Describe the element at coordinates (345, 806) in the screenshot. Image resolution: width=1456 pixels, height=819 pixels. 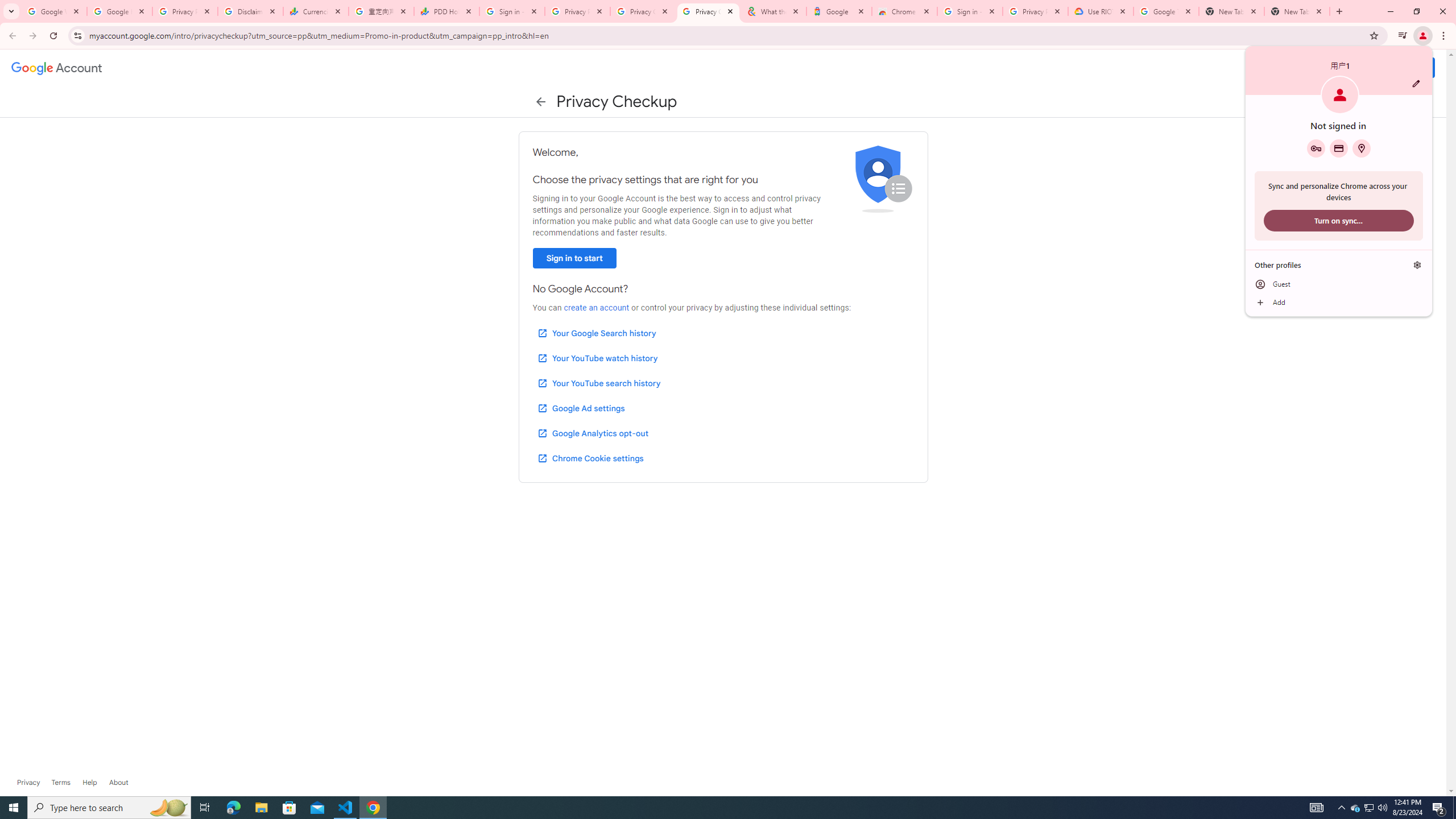
I see `'Visual Studio Code - 1 running window'` at that location.